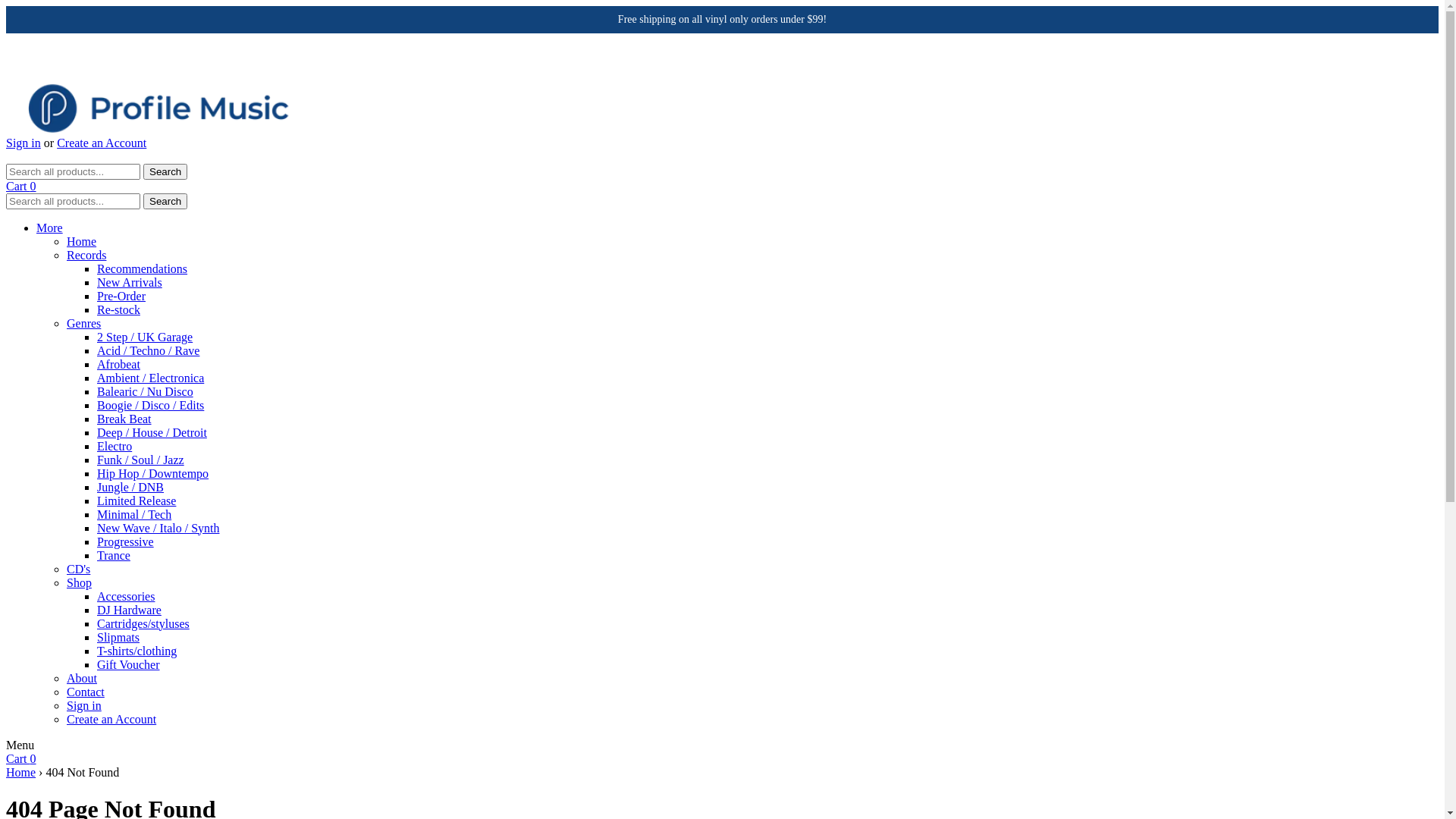 The height and width of the screenshot is (819, 1456). What do you see at coordinates (145, 336) in the screenshot?
I see `'2 Step / UK Garage'` at bounding box center [145, 336].